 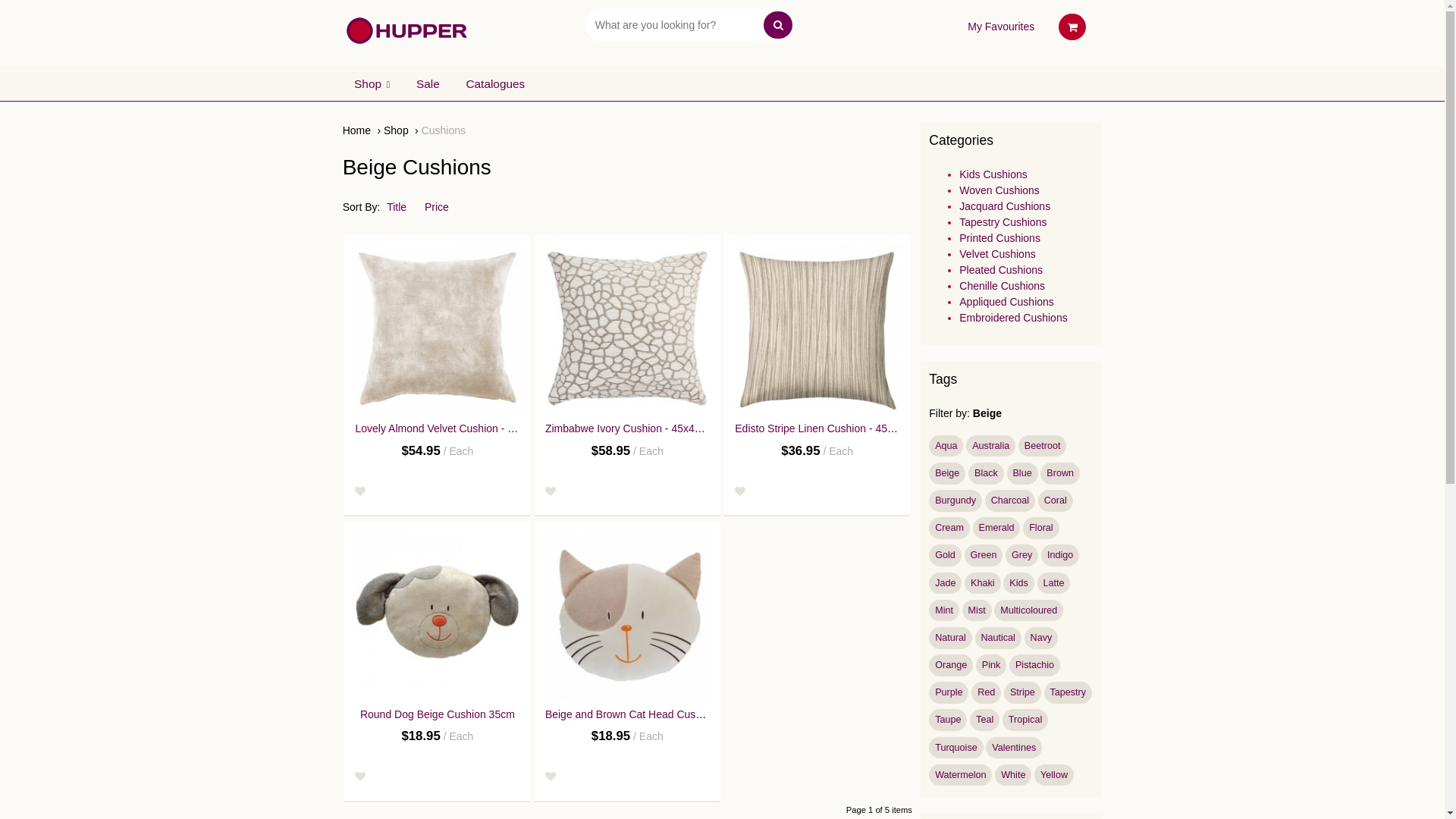 What do you see at coordinates (1037, 582) in the screenshot?
I see `'Latte'` at bounding box center [1037, 582].